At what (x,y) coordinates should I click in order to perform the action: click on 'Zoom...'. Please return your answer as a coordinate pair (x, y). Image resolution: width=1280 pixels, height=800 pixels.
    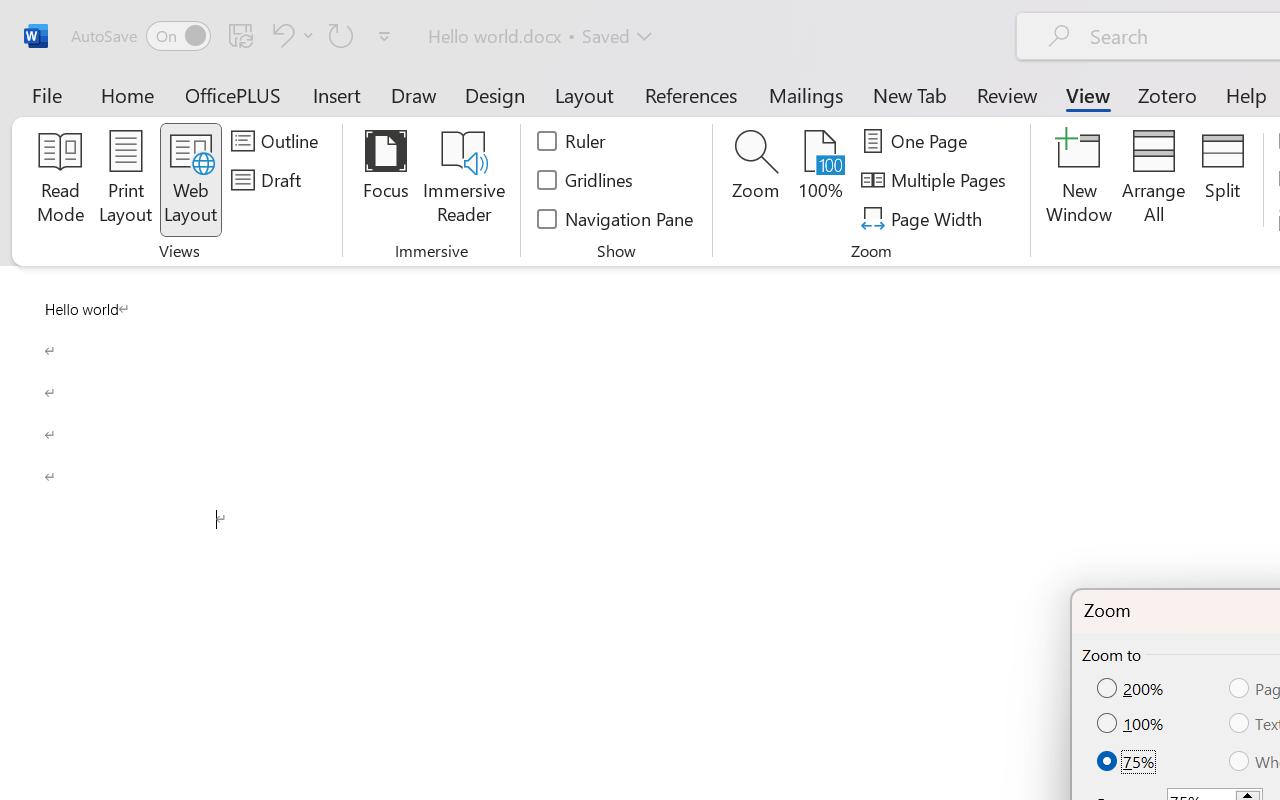
    Looking at the image, I should click on (754, 179).